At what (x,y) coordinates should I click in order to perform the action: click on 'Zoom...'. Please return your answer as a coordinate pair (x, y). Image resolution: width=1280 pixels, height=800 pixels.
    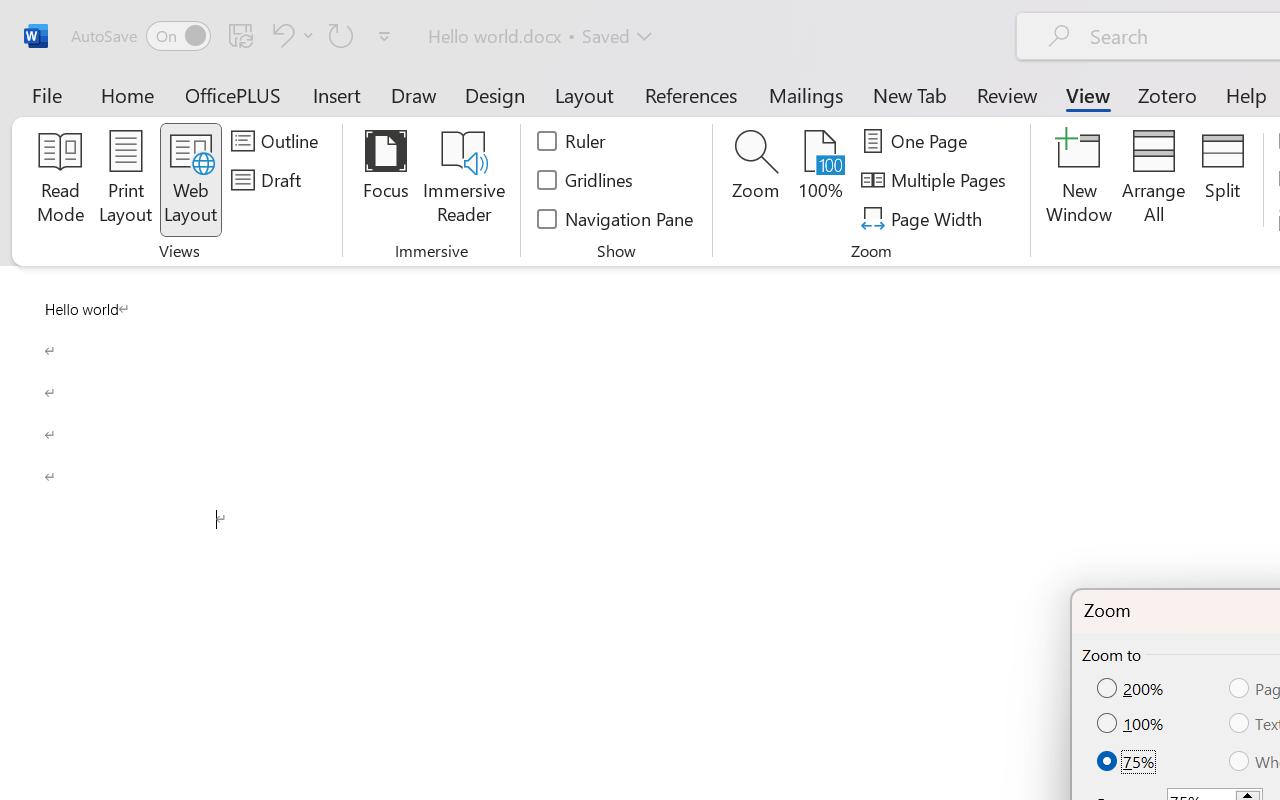
    Looking at the image, I should click on (754, 179).